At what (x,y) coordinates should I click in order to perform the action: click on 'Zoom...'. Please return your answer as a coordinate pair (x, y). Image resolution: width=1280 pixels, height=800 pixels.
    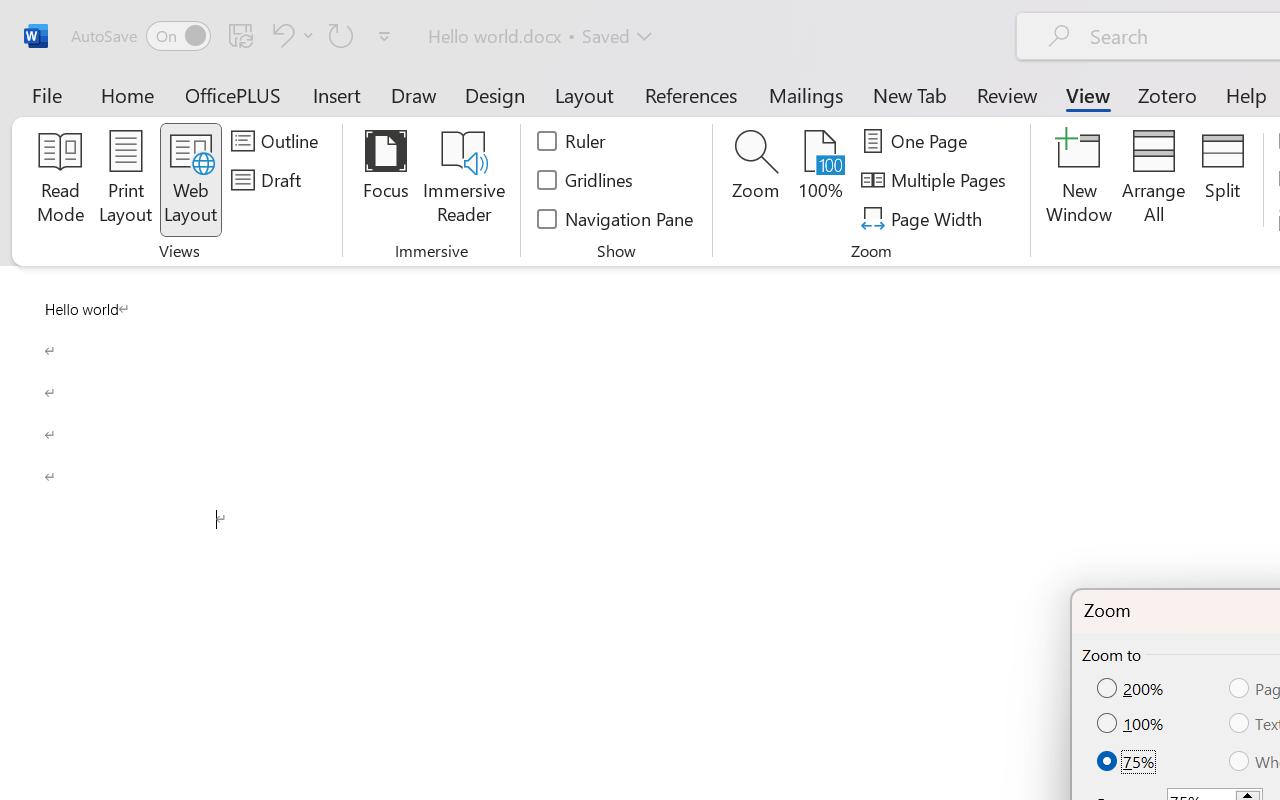
    Looking at the image, I should click on (754, 179).